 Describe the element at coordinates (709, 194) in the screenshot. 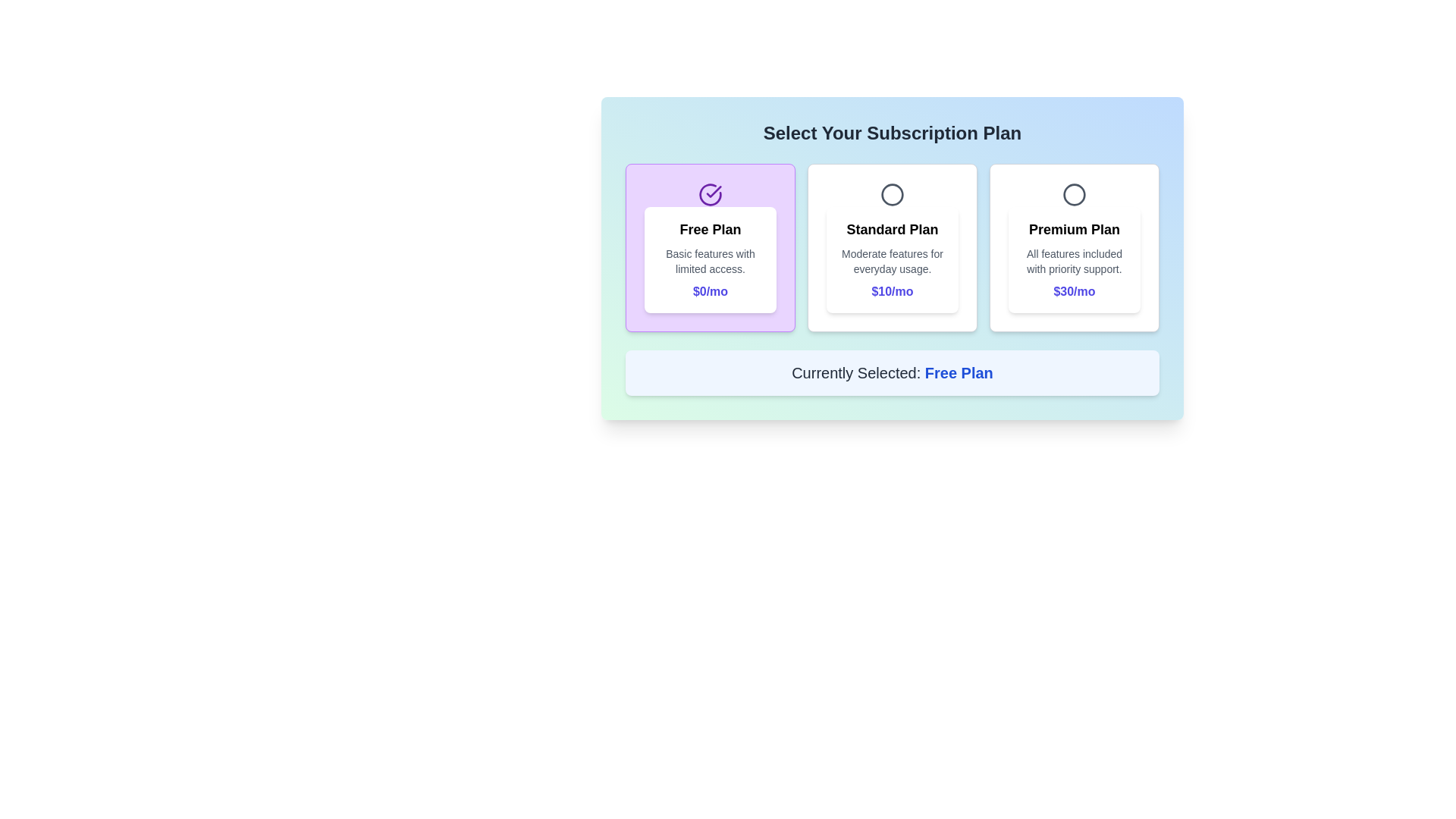

I see `the selection status icon indicating the 'Free Plan' option, located above the title 'Free Plan' in the subscription options` at that location.